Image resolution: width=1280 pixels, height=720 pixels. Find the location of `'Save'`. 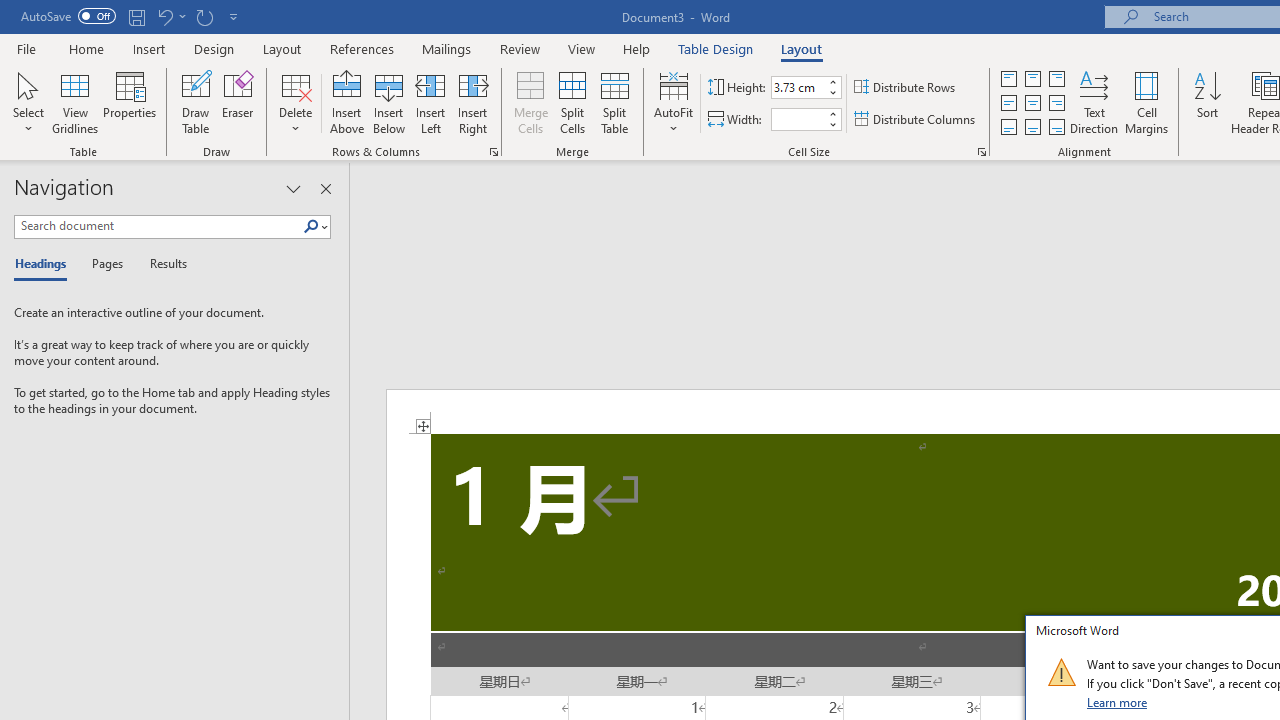

'Save' is located at coordinates (135, 16).